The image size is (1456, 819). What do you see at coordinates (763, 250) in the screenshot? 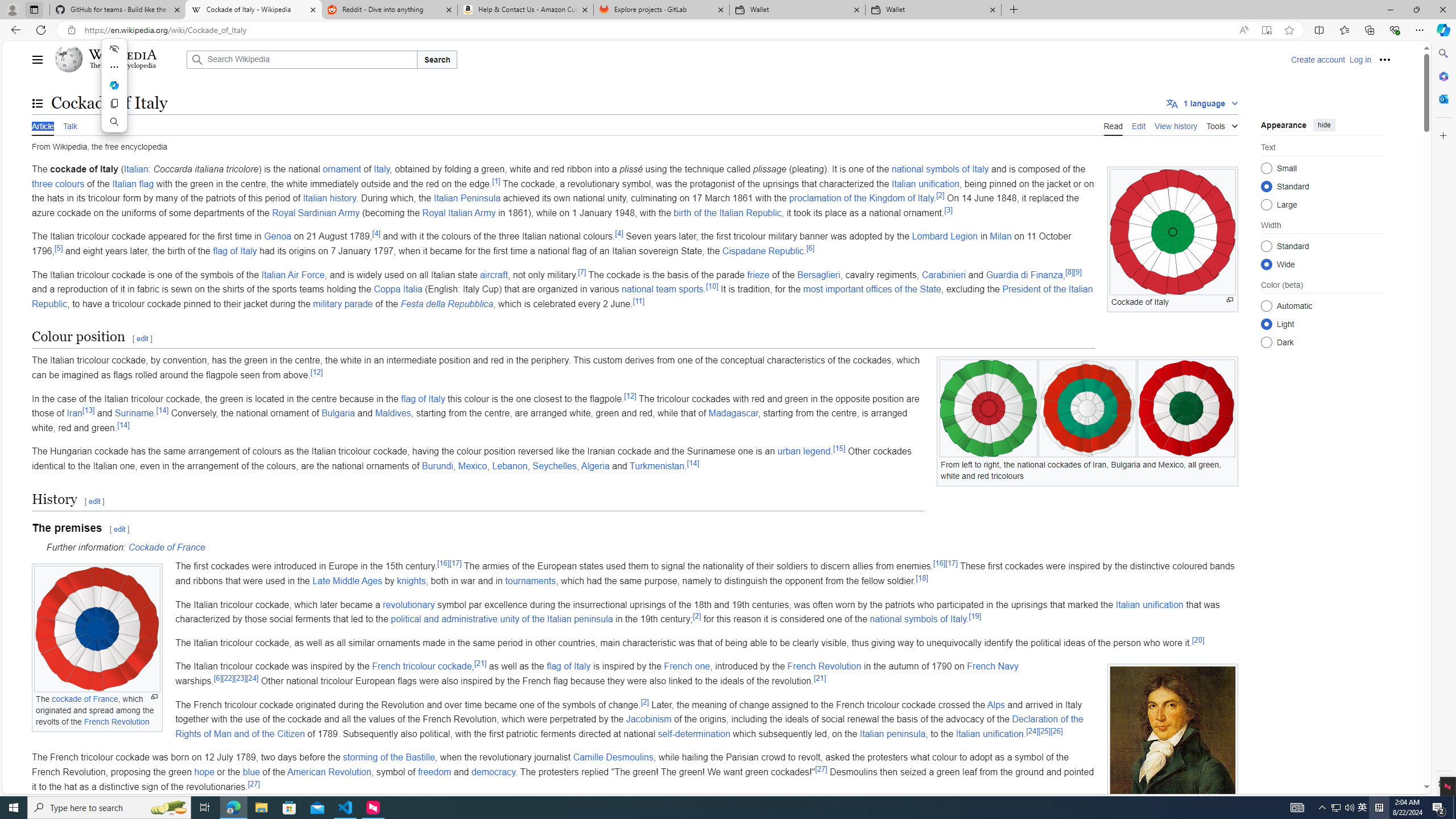
I see `'Cispadane Republic'` at bounding box center [763, 250].